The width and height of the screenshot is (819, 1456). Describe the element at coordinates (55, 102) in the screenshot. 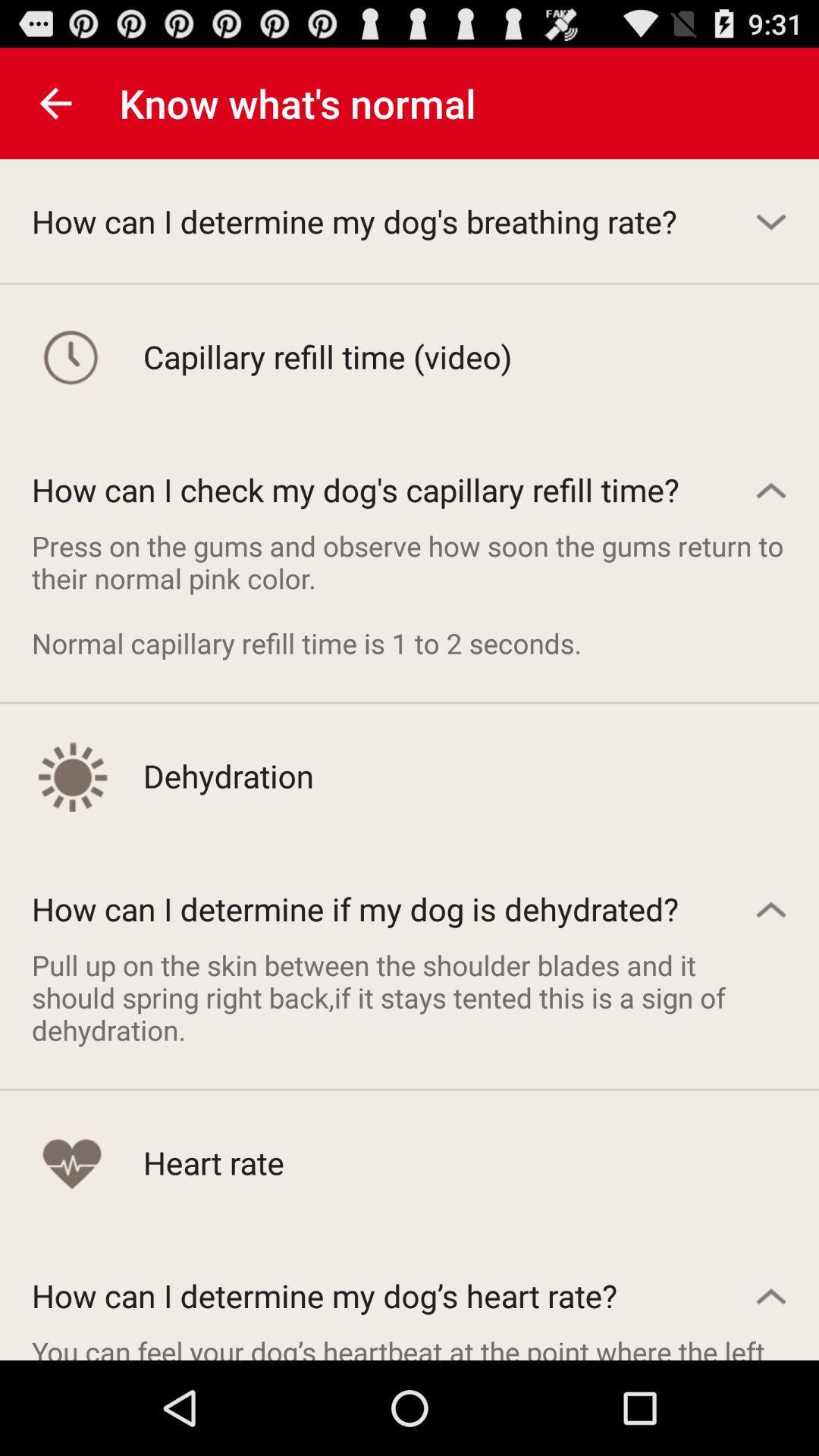

I see `icon above how can i item` at that location.